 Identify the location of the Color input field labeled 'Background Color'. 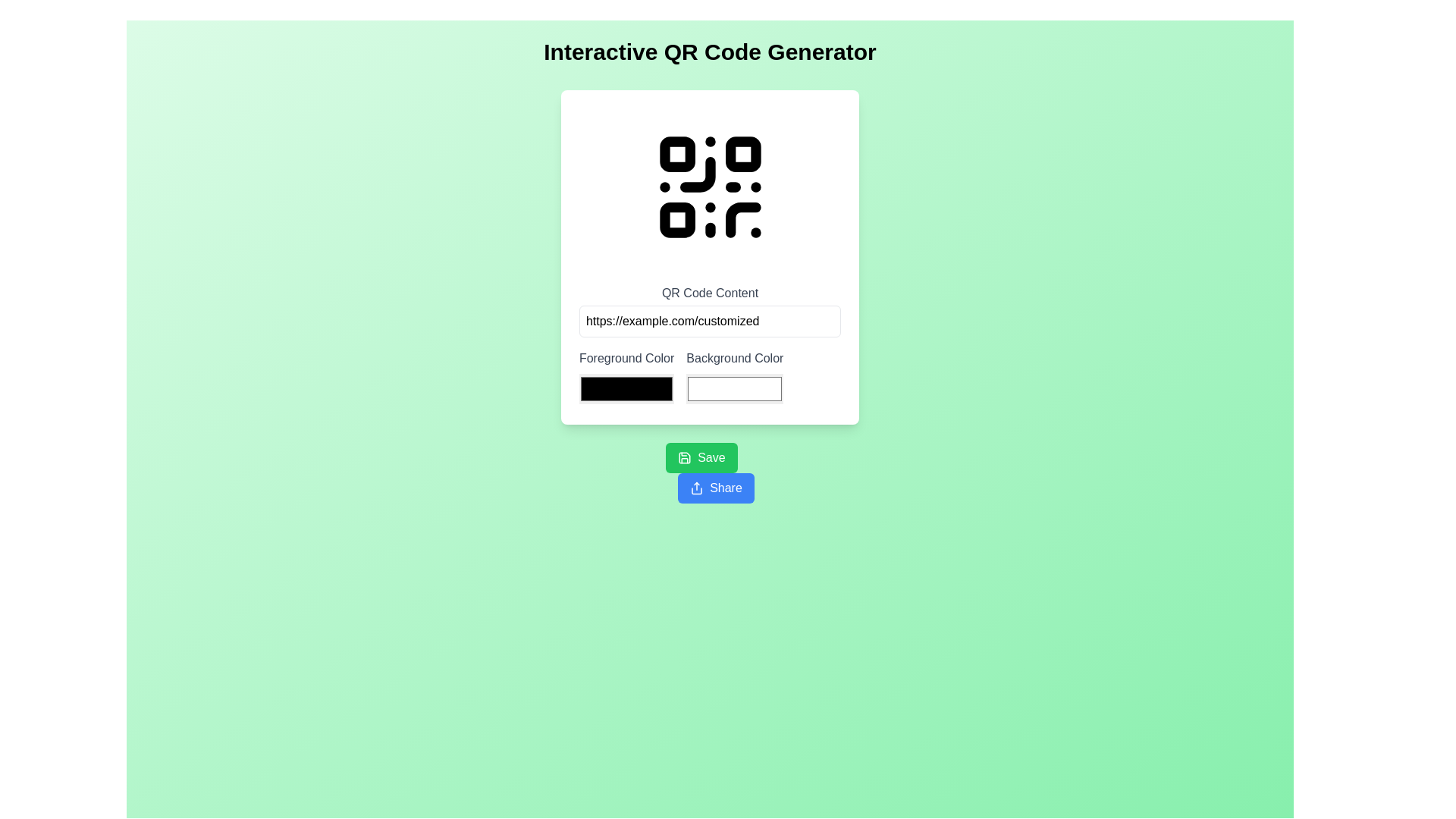
(735, 377).